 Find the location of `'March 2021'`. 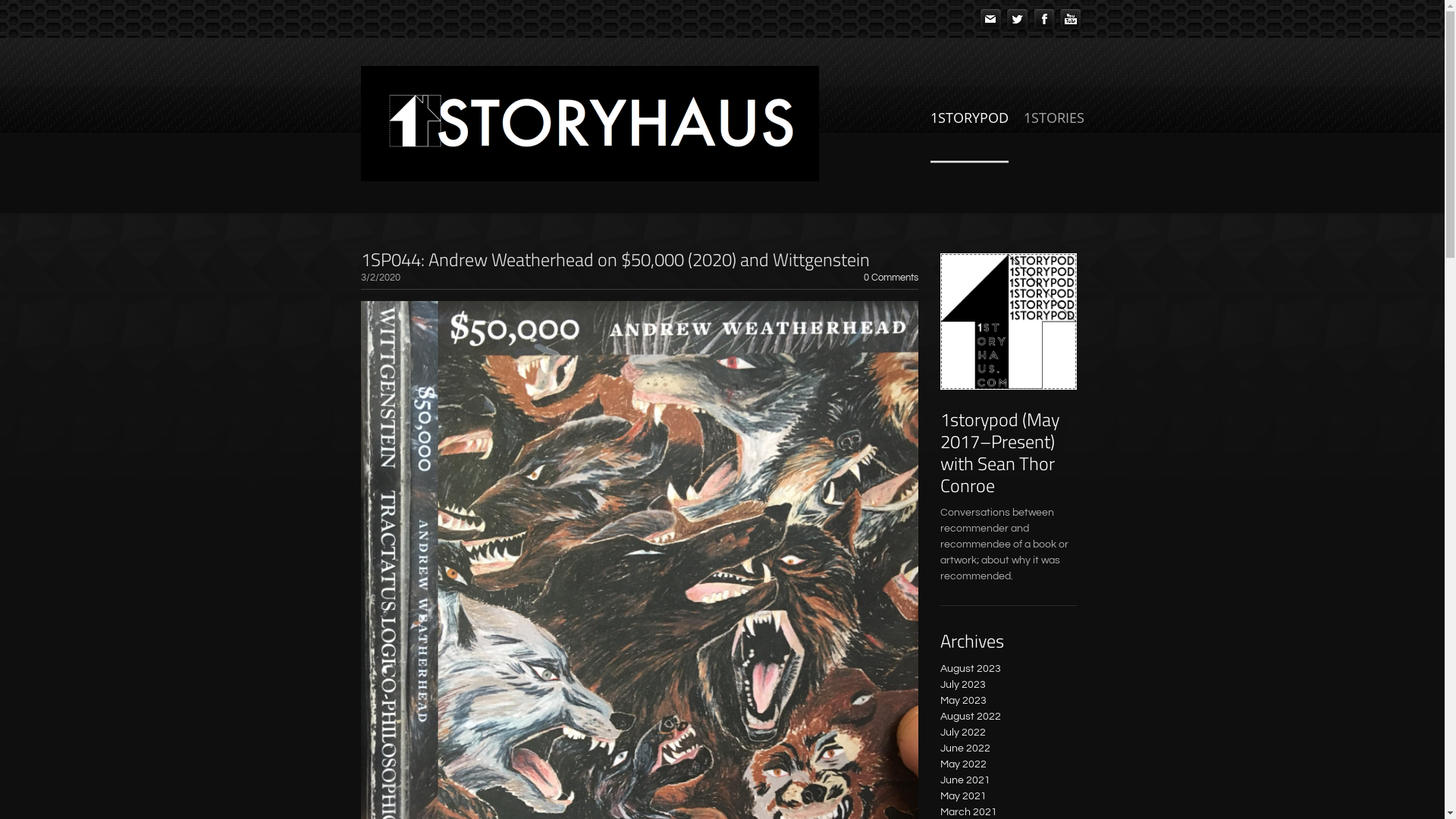

'March 2021' is located at coordinates (968, 811).